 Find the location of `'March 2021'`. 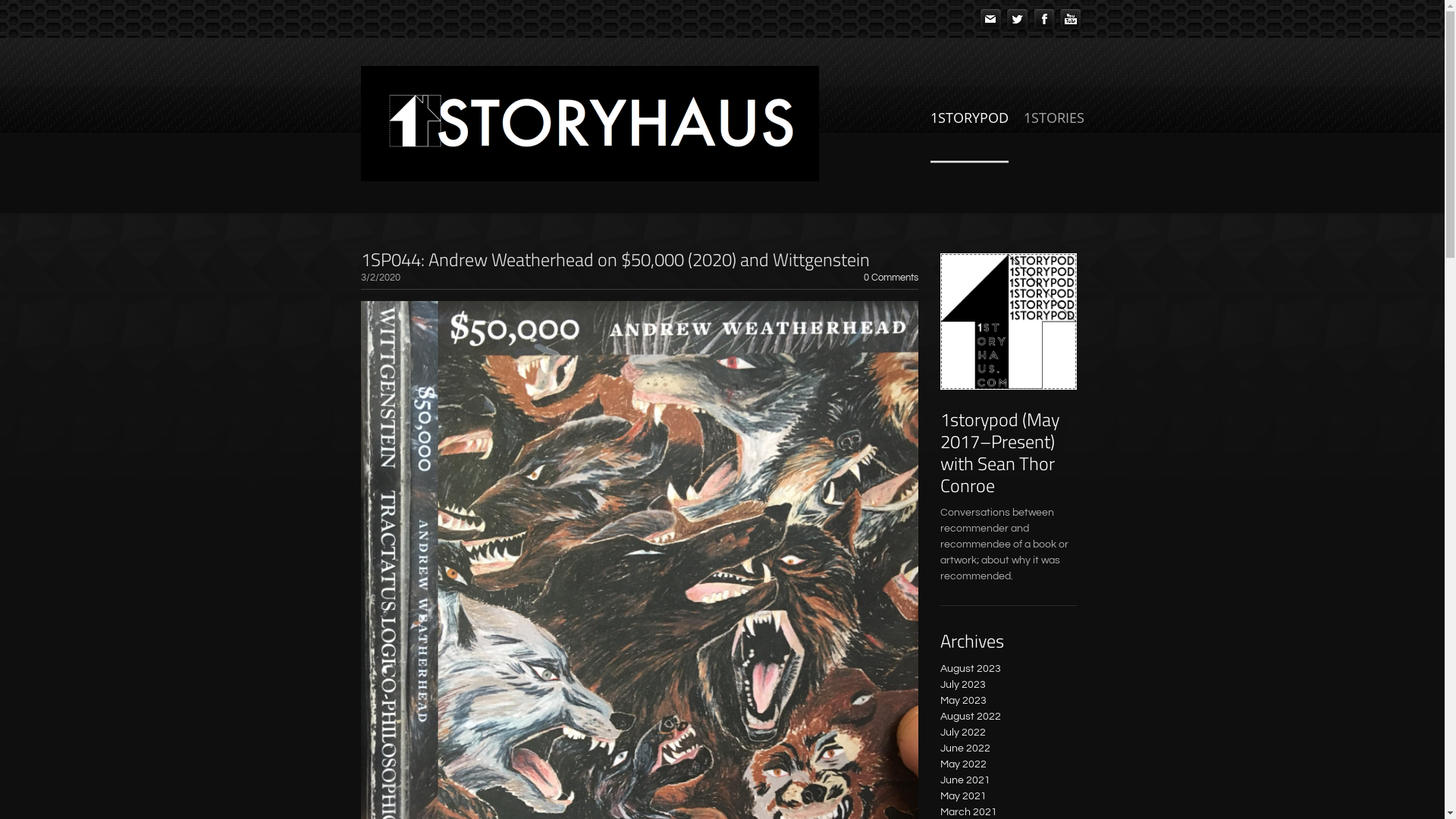

'March 2021' is located at coordinates (968, 811).